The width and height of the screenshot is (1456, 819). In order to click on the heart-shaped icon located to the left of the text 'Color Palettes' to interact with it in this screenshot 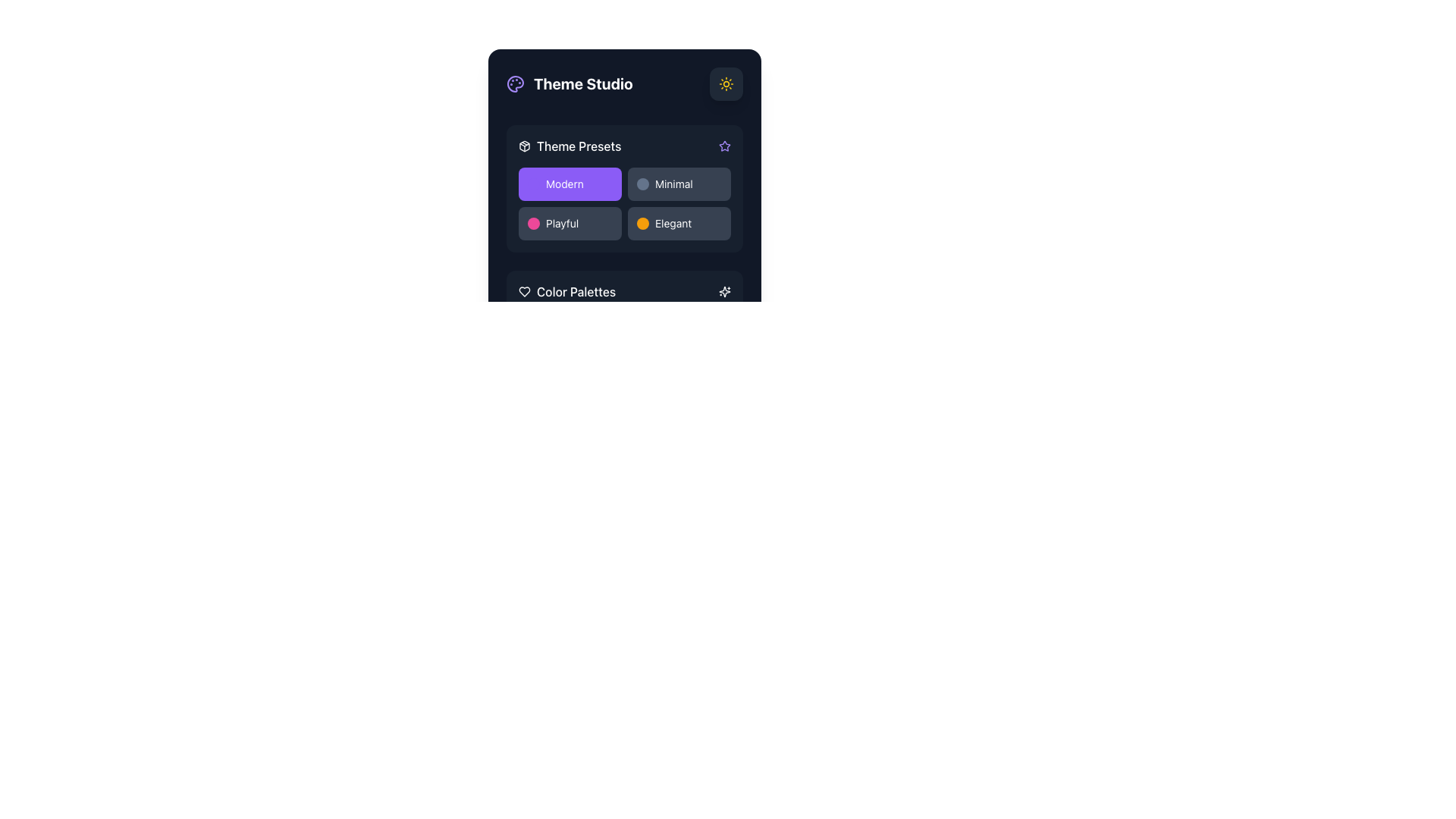, I will do `click(524, 292)`.